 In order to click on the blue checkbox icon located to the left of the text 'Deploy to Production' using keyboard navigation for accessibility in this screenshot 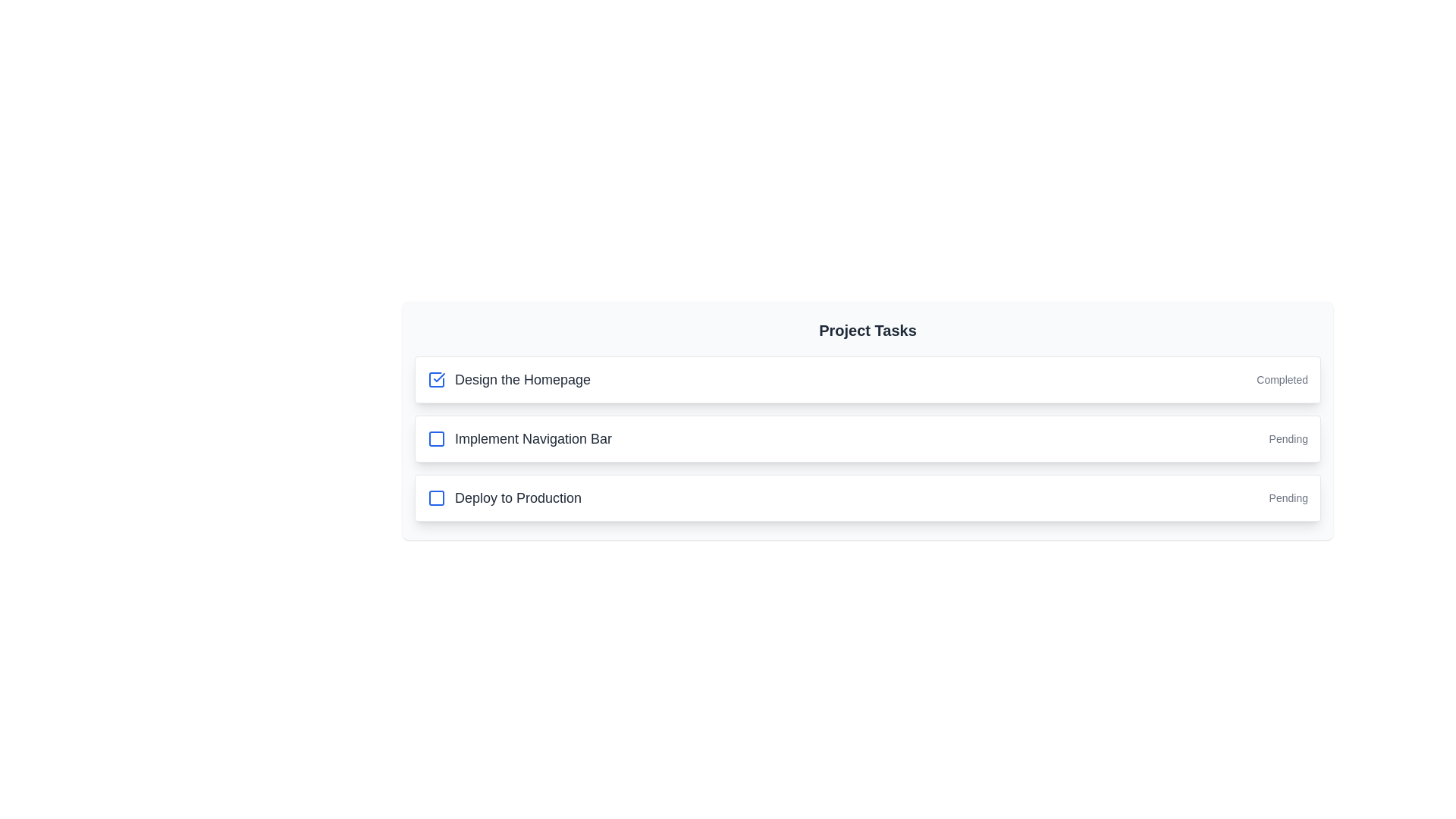, I will do `click(436, 497)`.